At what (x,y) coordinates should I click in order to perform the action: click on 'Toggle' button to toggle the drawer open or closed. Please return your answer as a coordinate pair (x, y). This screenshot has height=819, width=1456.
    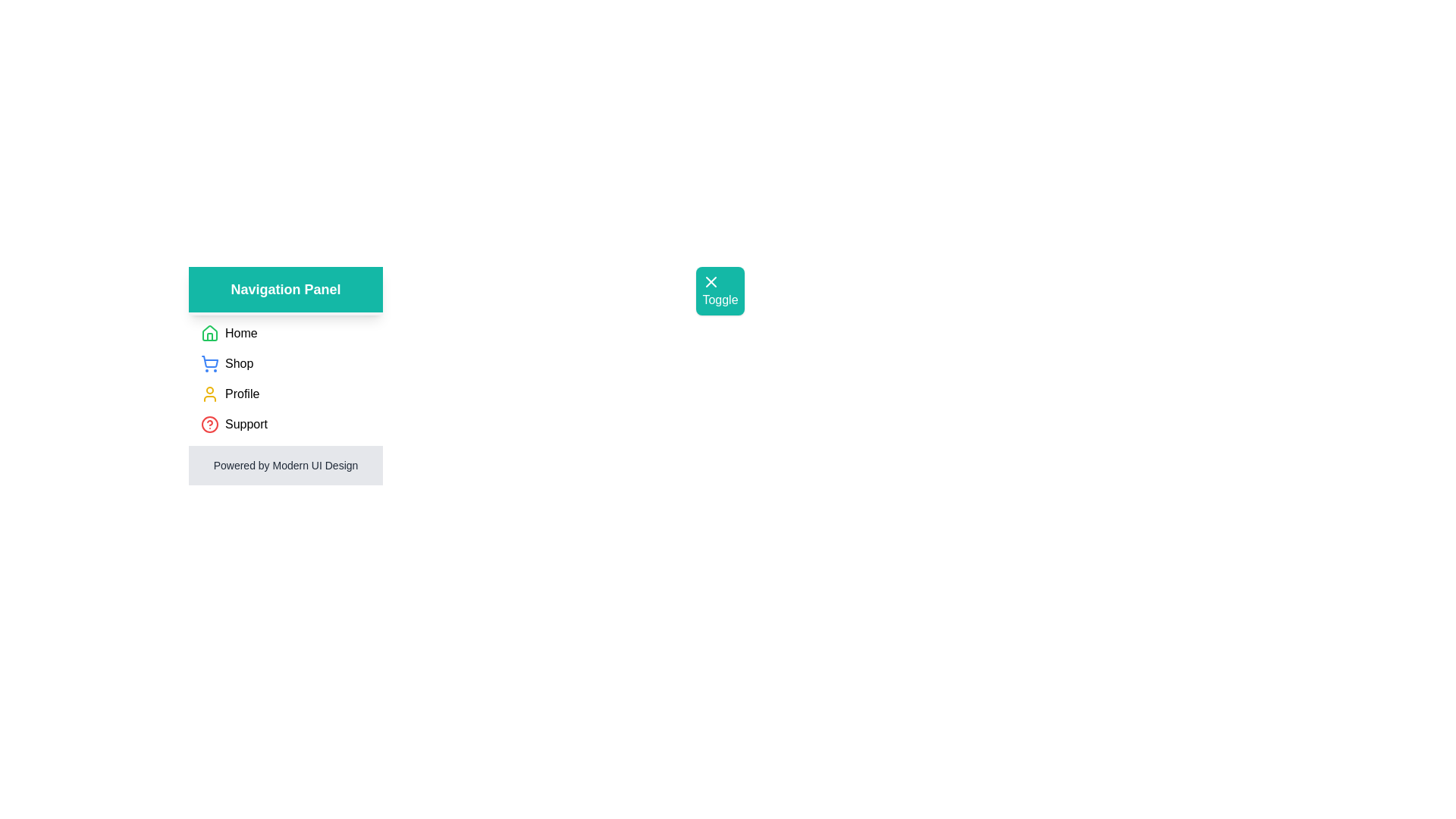
    Looking at the image, I should click on (720, 291).